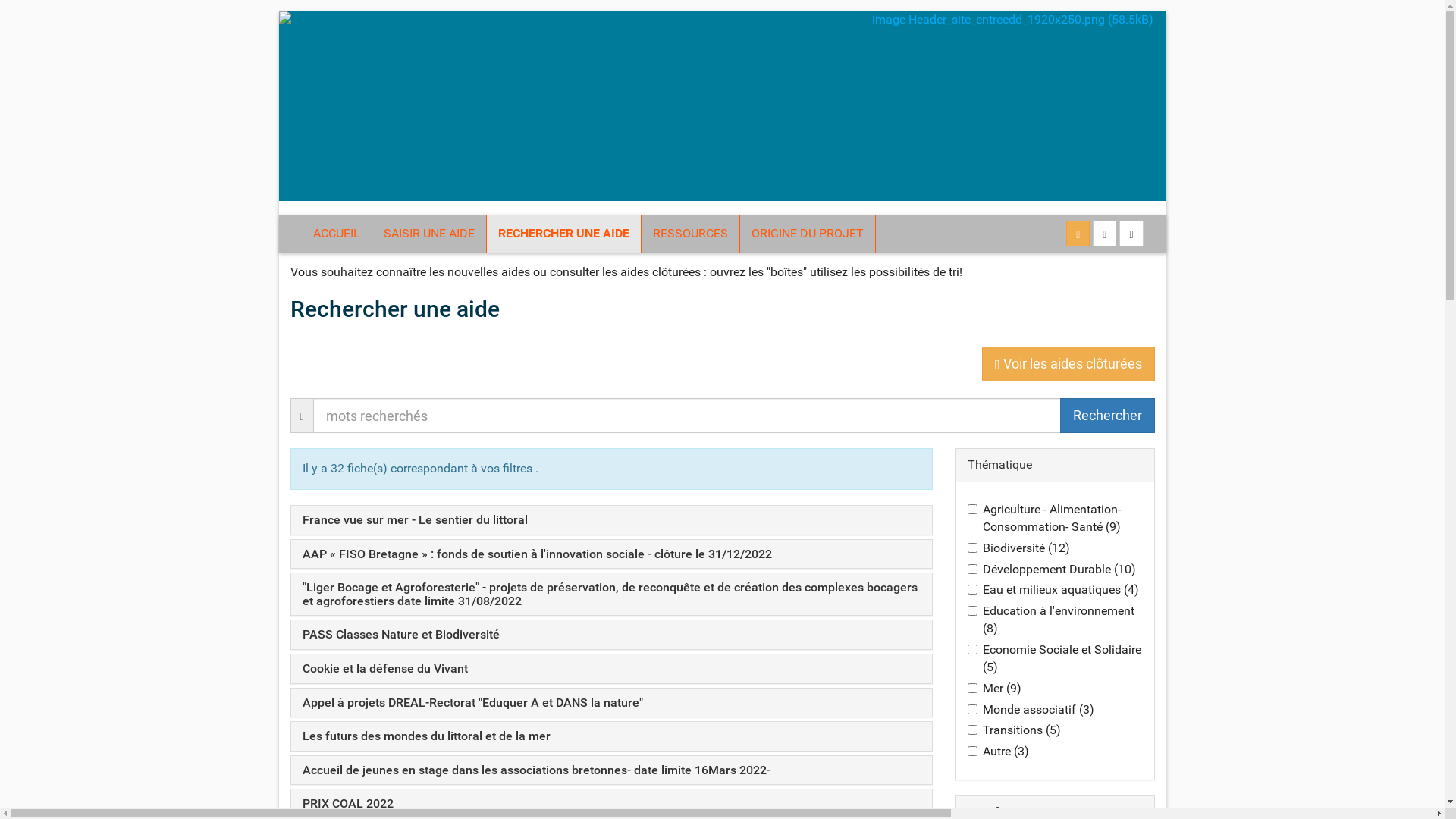  I want to click on 'RECHERCHER UNE AIDE', so click(563, 234).